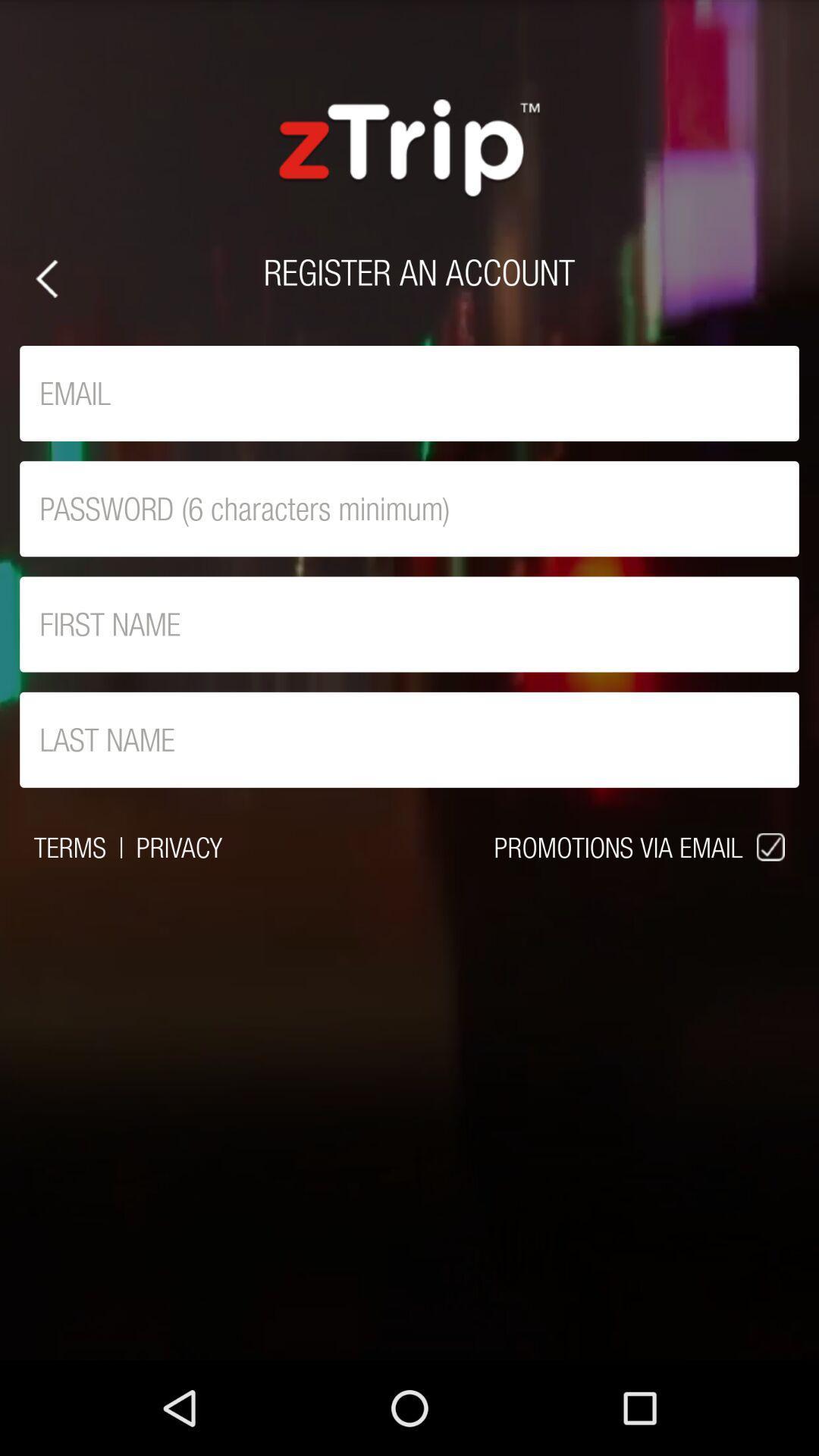  What do you see at coordinates (178, 846) in the screenshot?
I see `item next to promotions via email item` at bounding box center [178, 846].